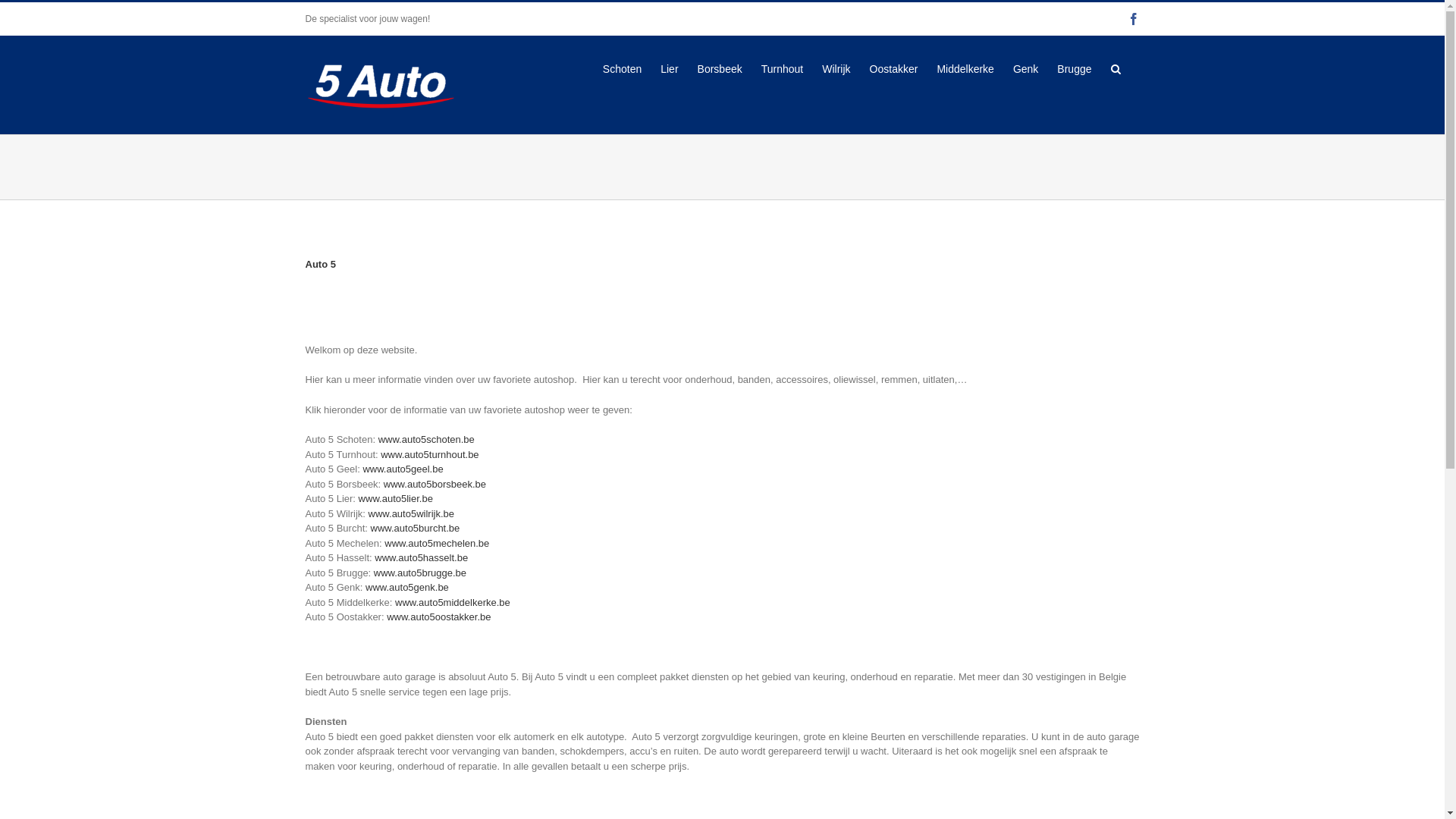 The width and height of the screenshot is (1456, 819). What do you see at coordinates (1115, 67) in the screenshot?
I see `'Search'` at bounding box center [1115, 67].